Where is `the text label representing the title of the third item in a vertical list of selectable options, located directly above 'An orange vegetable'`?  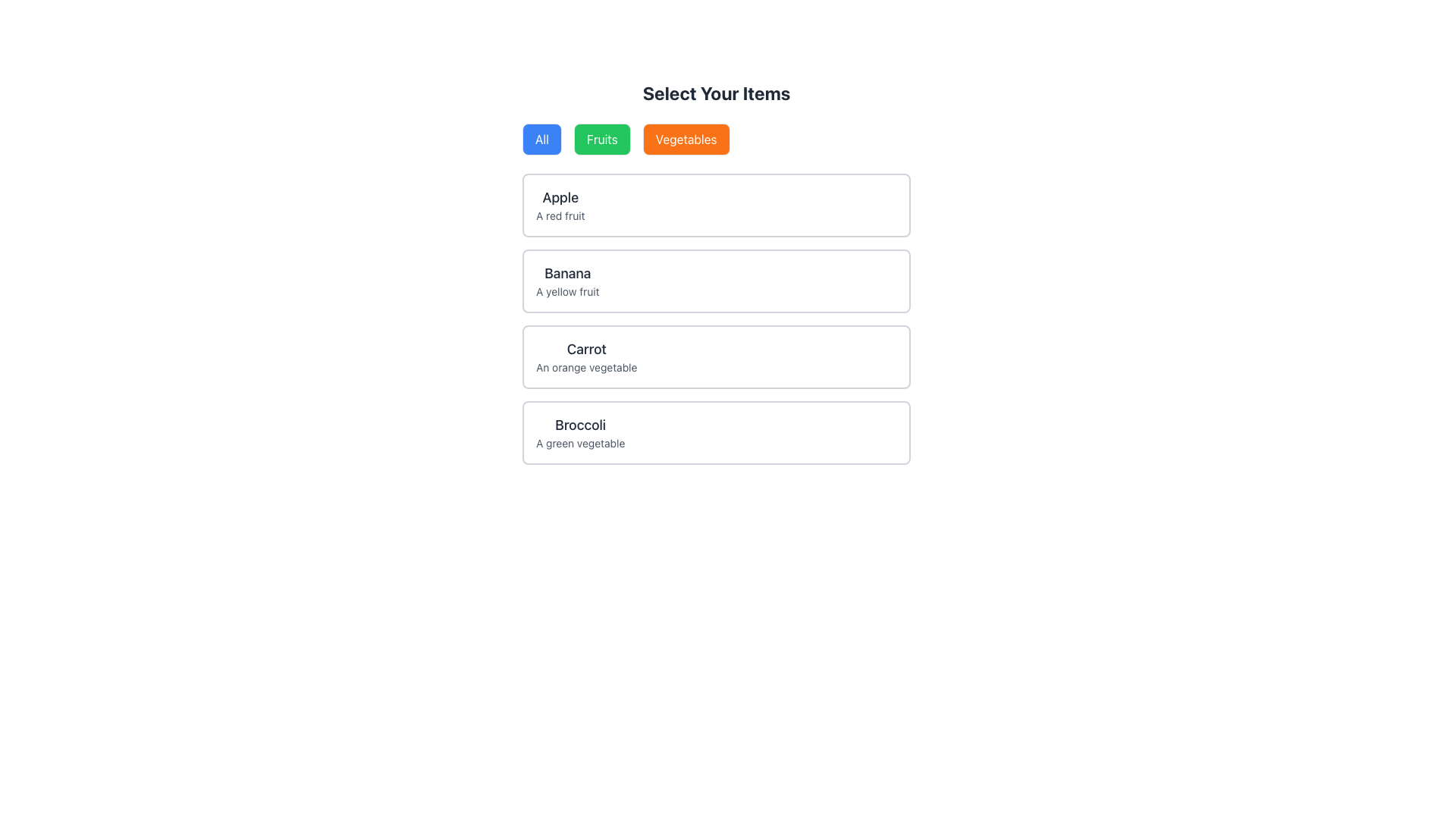
the text label representing the title of the third item in a vertical list of selectable options, located directly above 'An orange vegetable' is located at coordinates (585, 350).